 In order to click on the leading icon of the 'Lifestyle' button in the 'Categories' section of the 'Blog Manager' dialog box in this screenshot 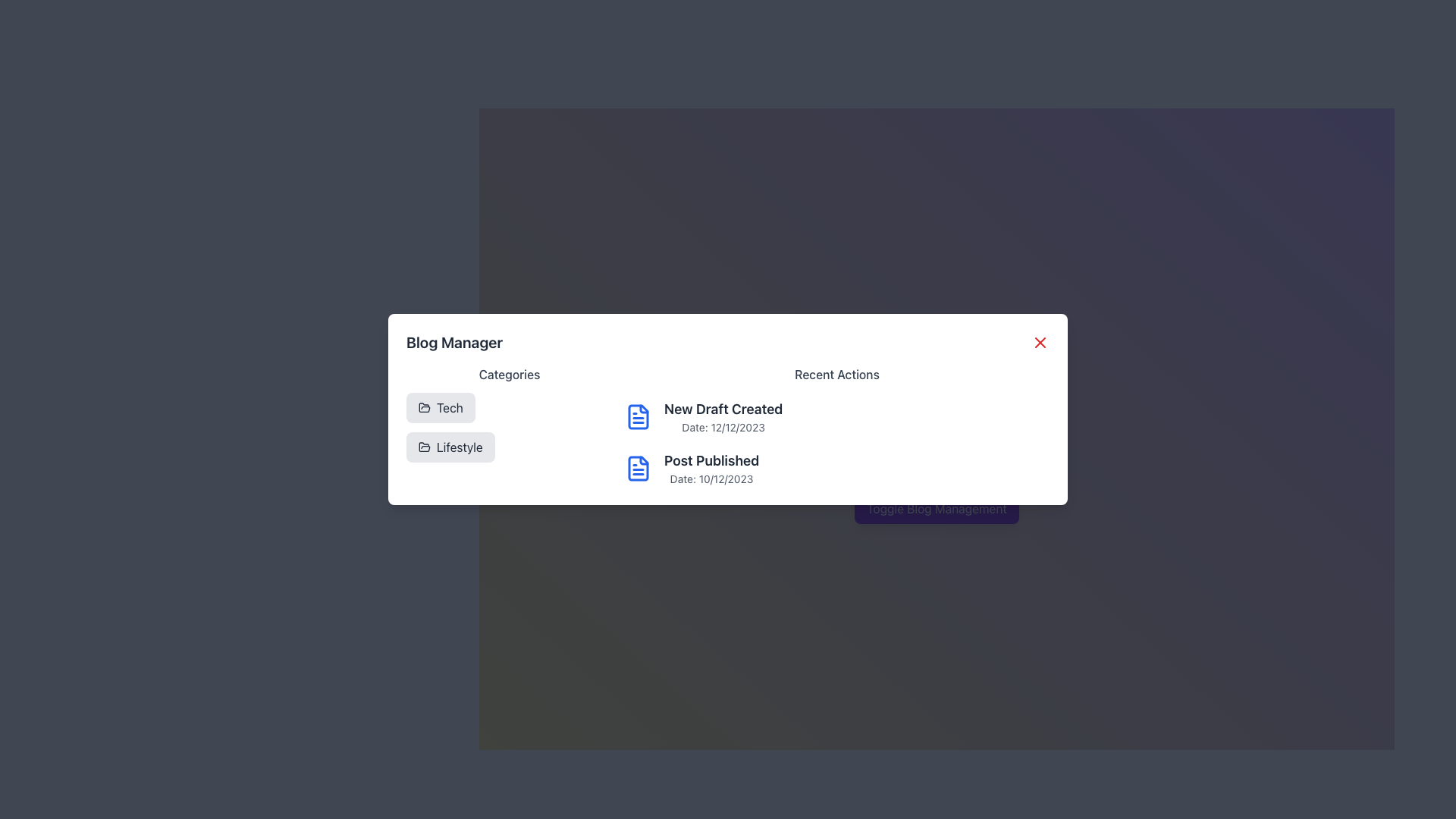, I will do `click(425, 447)`.